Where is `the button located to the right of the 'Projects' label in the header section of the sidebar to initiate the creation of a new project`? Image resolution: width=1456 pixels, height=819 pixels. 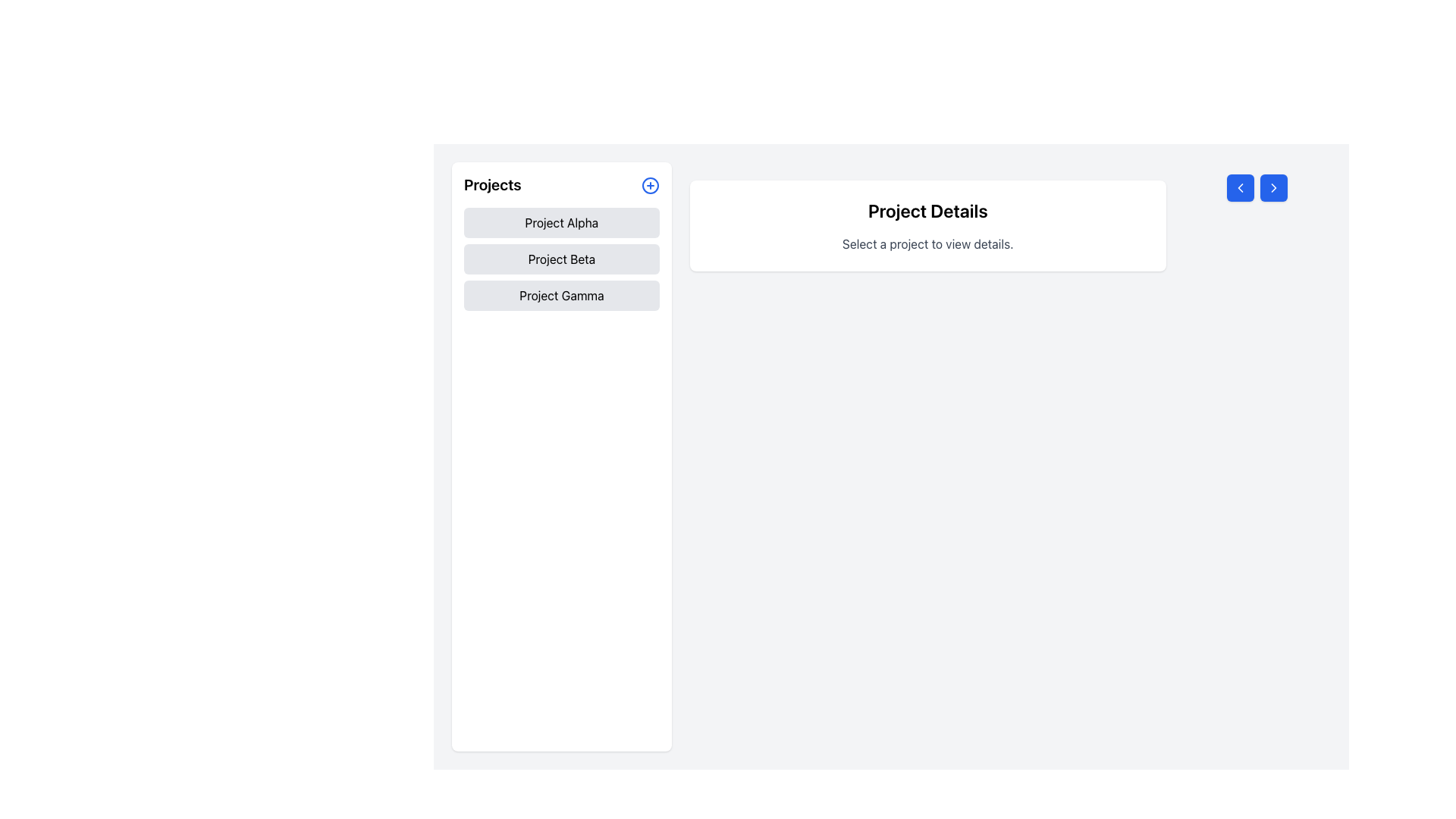
the button located to the right of the 'Projects' label in the header section of the sidebar to initiate the creation of a new project is located at coordinates (650, 184).